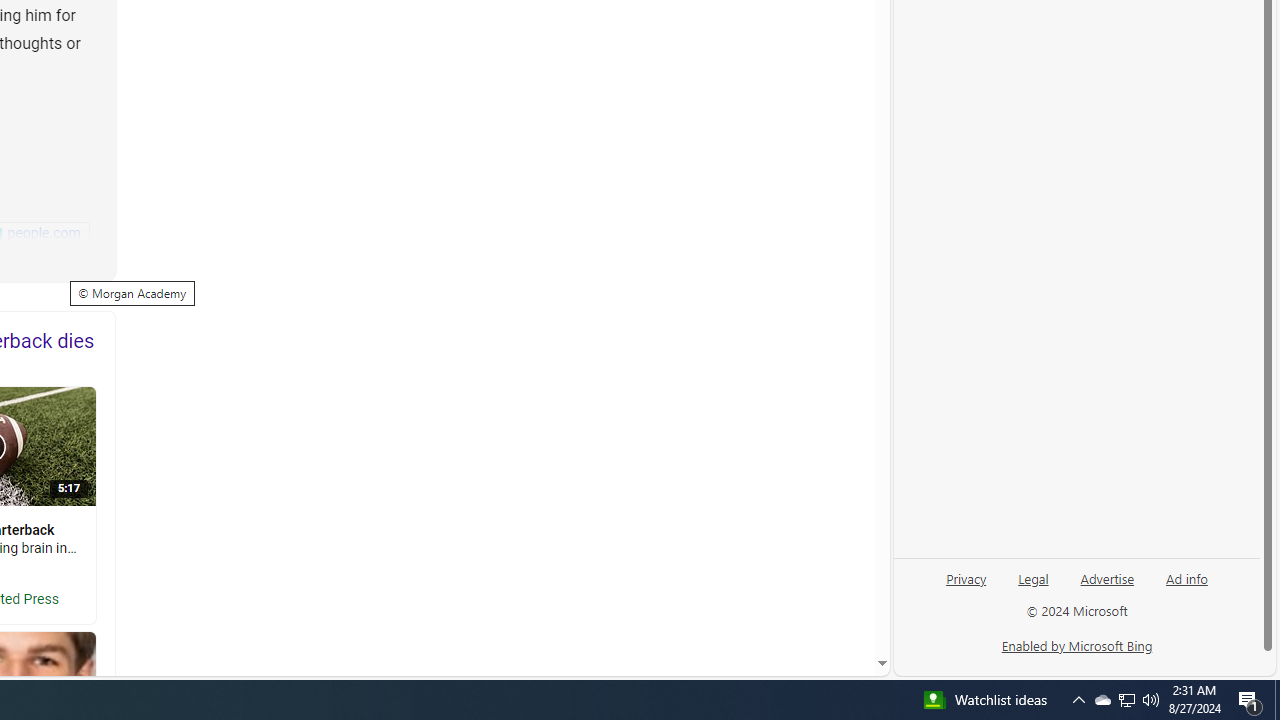  I want to click on 'AutomationID: mfa_root', so click(807, 602).